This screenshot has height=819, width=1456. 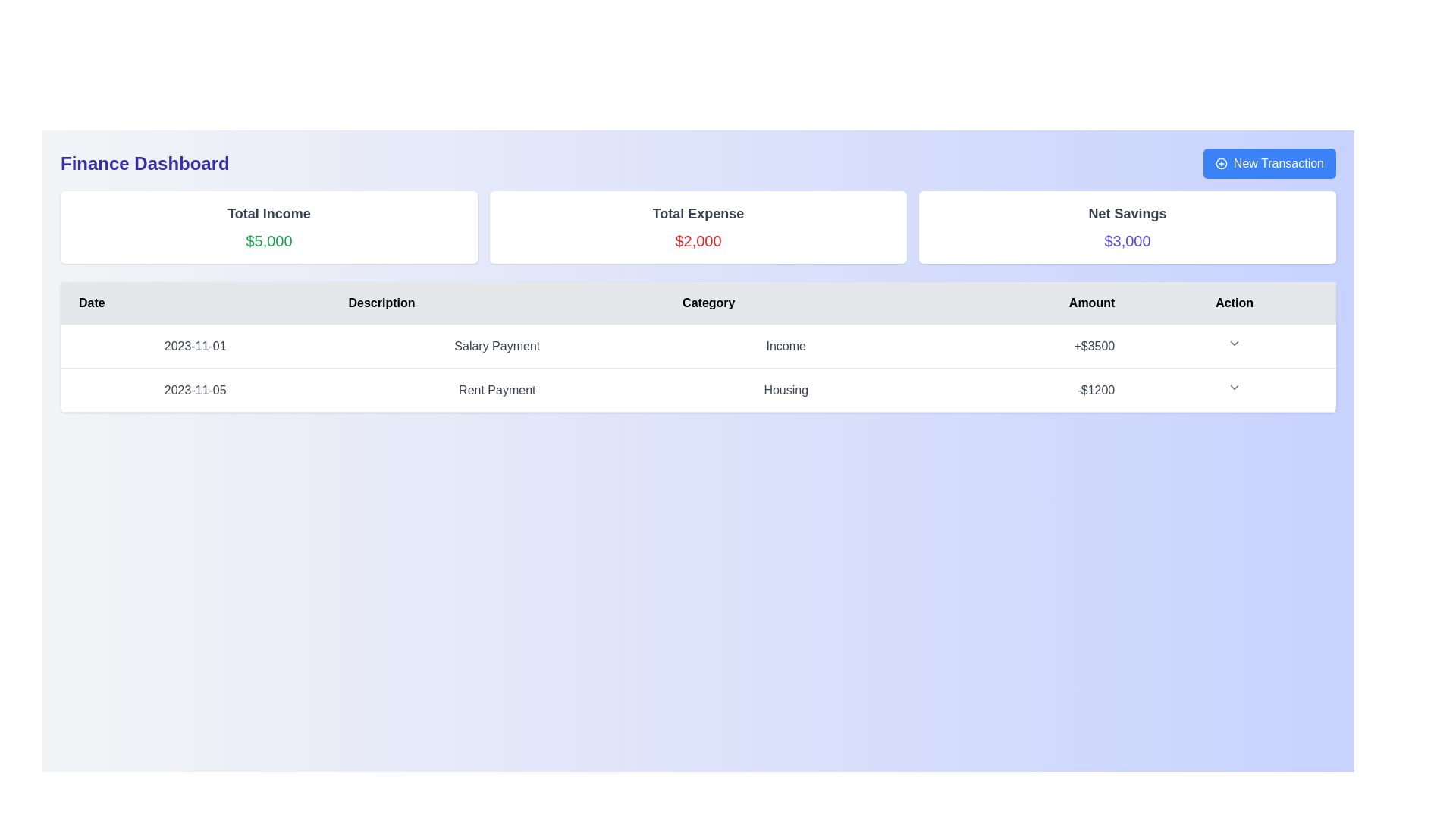 I want to click on the Text Label displaying the total expense figure, located below 'Total Expense' in the financial data card on the dashboard, so click(x=698, y=240).